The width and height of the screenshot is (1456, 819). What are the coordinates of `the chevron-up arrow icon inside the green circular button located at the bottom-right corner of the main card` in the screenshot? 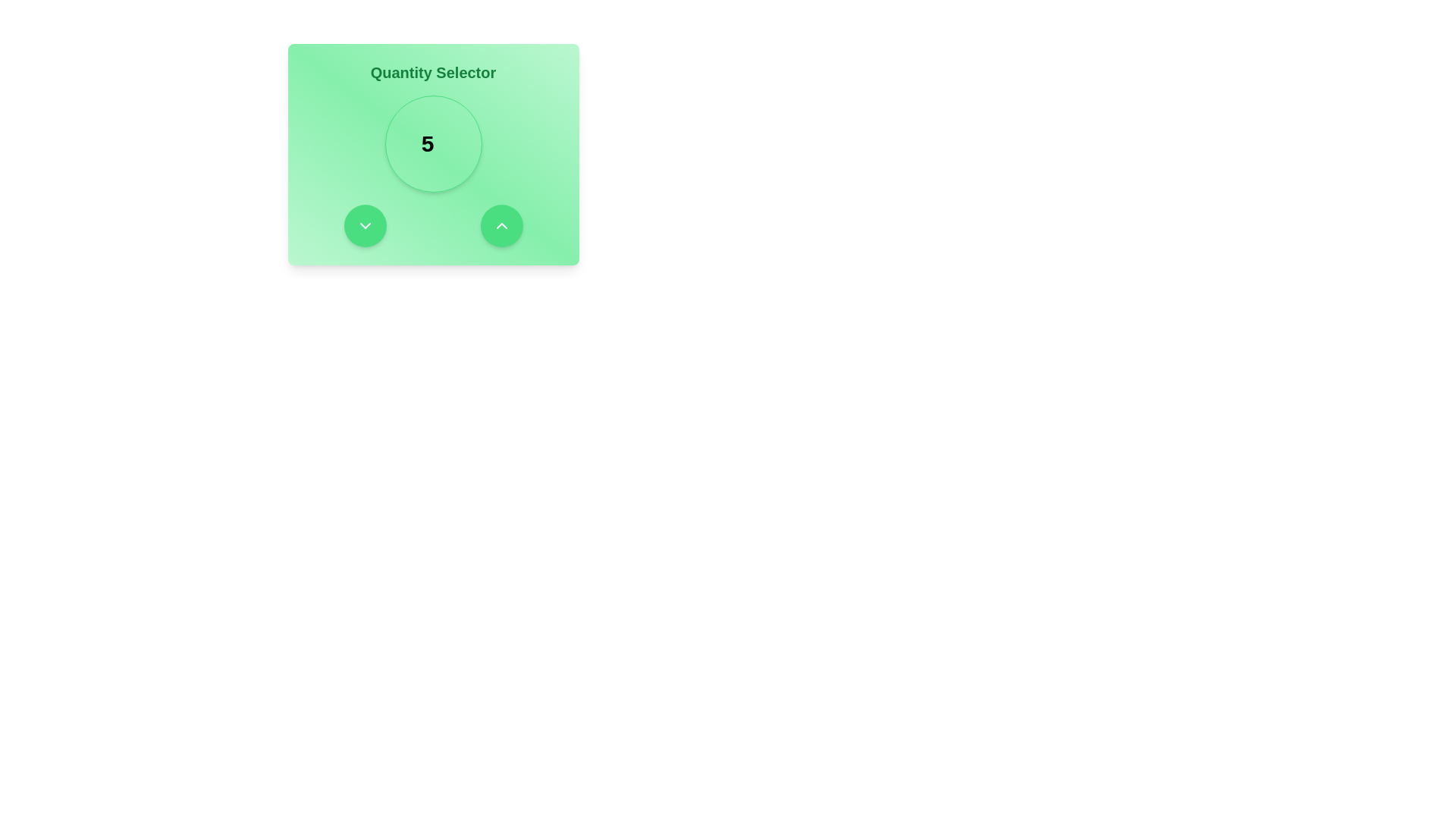 It's located at (501, 225).